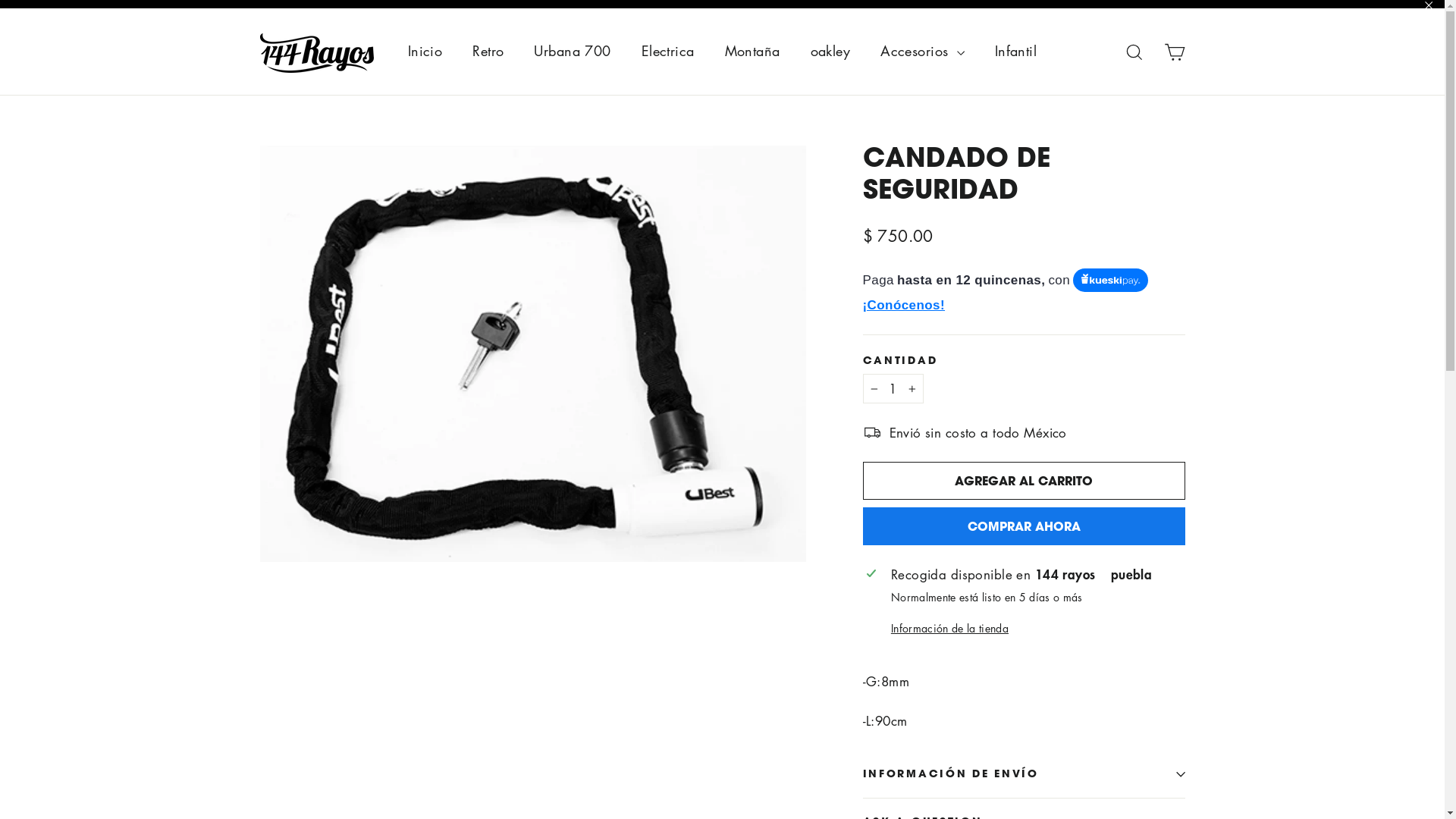 This screenshot has width=1456, height=819. Describe the element at coordinates (1024, 480) in the screenshot. I see `'AGREGAR AL CARRITO'` at that location.